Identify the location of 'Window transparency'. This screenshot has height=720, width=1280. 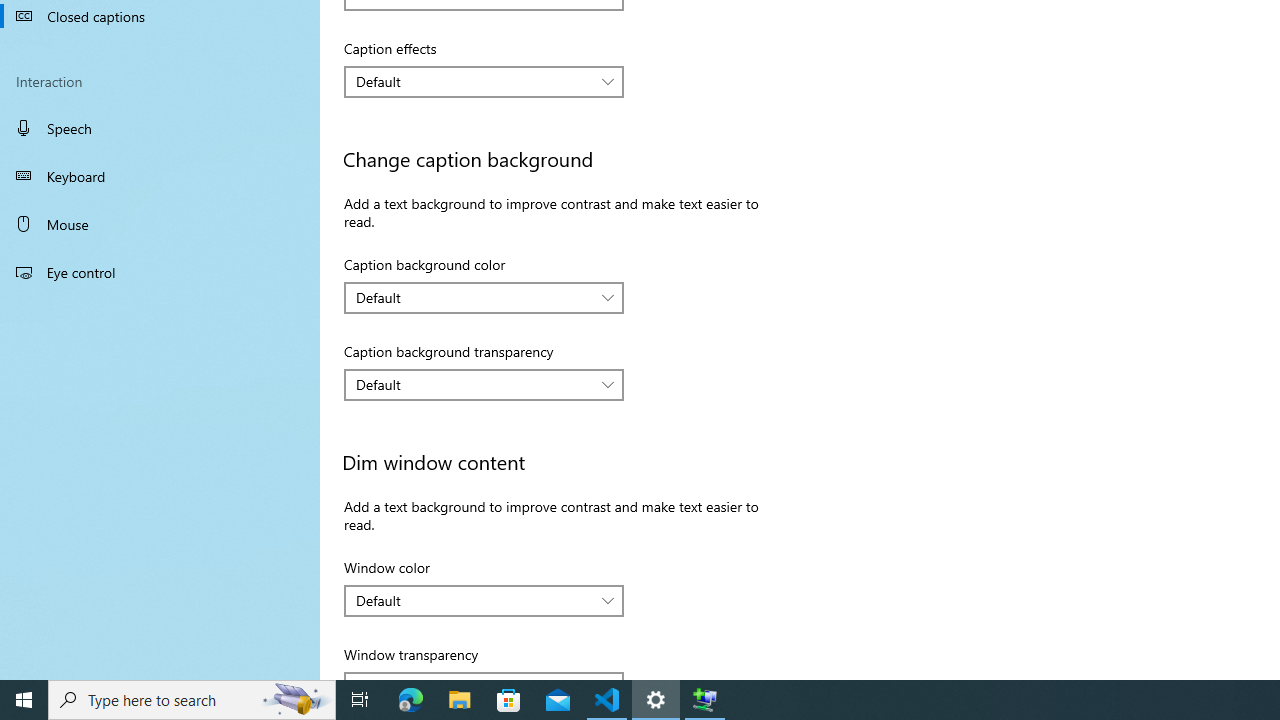
(484, 675).